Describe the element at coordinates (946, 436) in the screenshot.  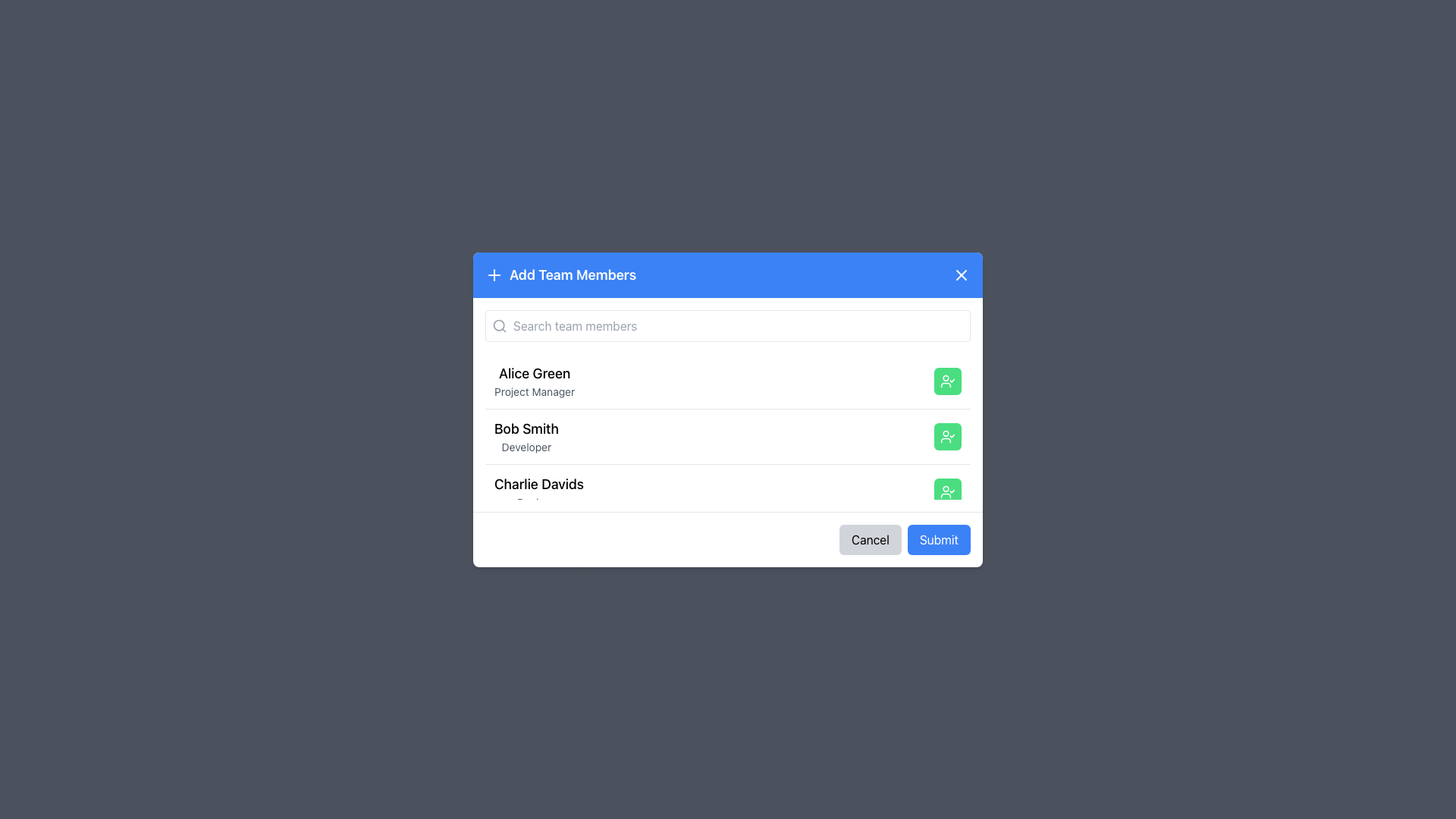
I see `the confirmation button for user 'Bob Smith, Developer' to trigger the hover state` at that location.